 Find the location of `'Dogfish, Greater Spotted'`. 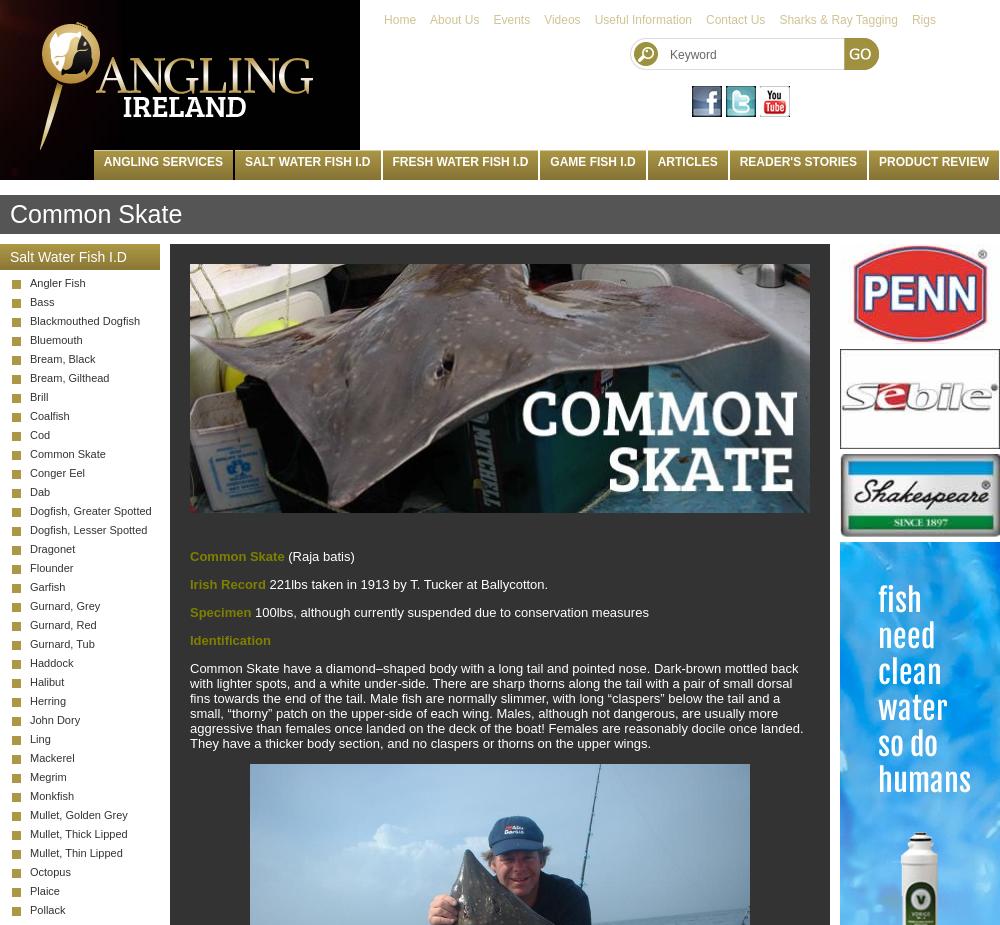

'Dogfish, Greater Spotted' is located at coordinates (30, 510).